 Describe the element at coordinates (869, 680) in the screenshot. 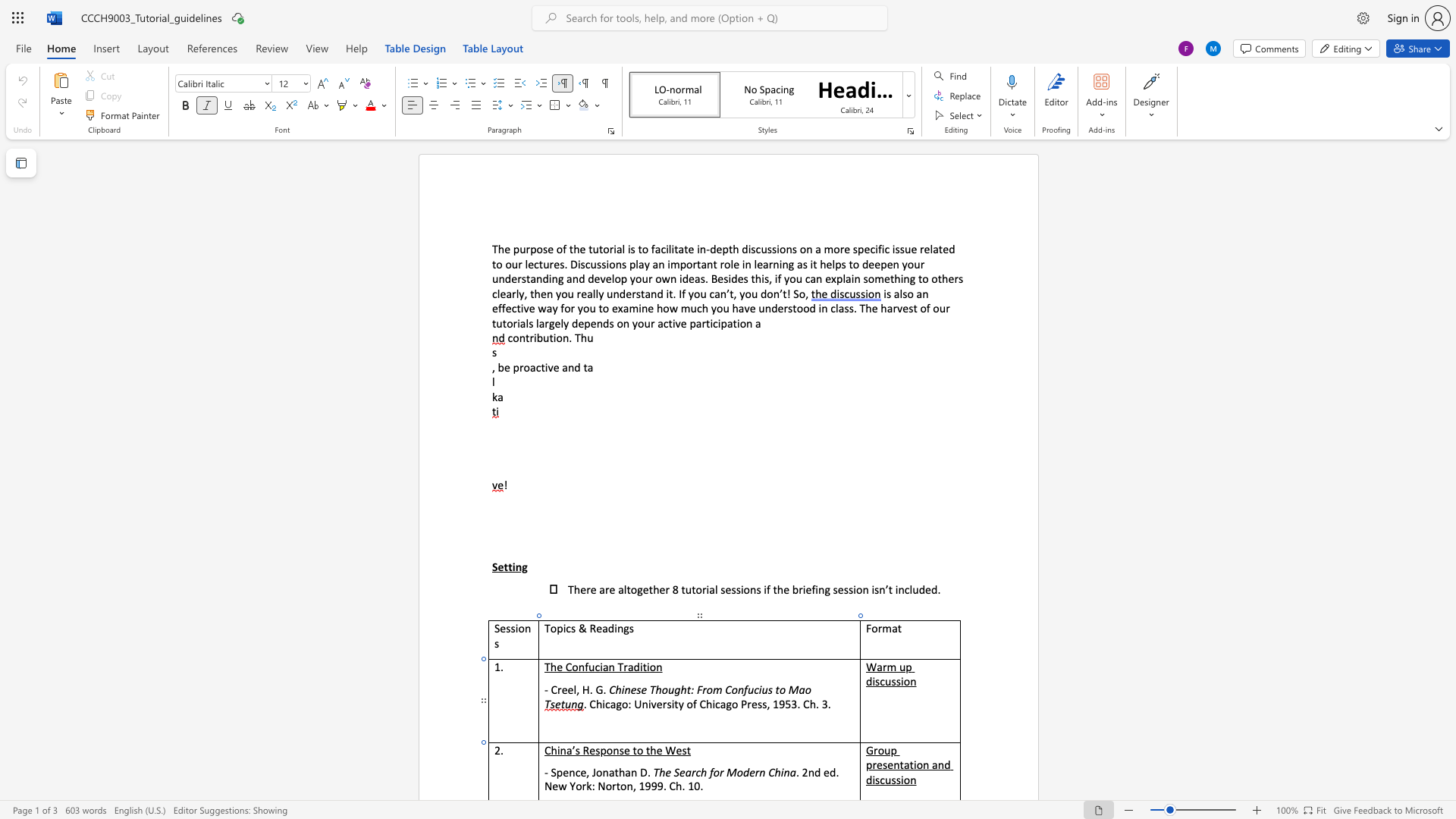

I see `the 1th character "d" in the text` at that location.